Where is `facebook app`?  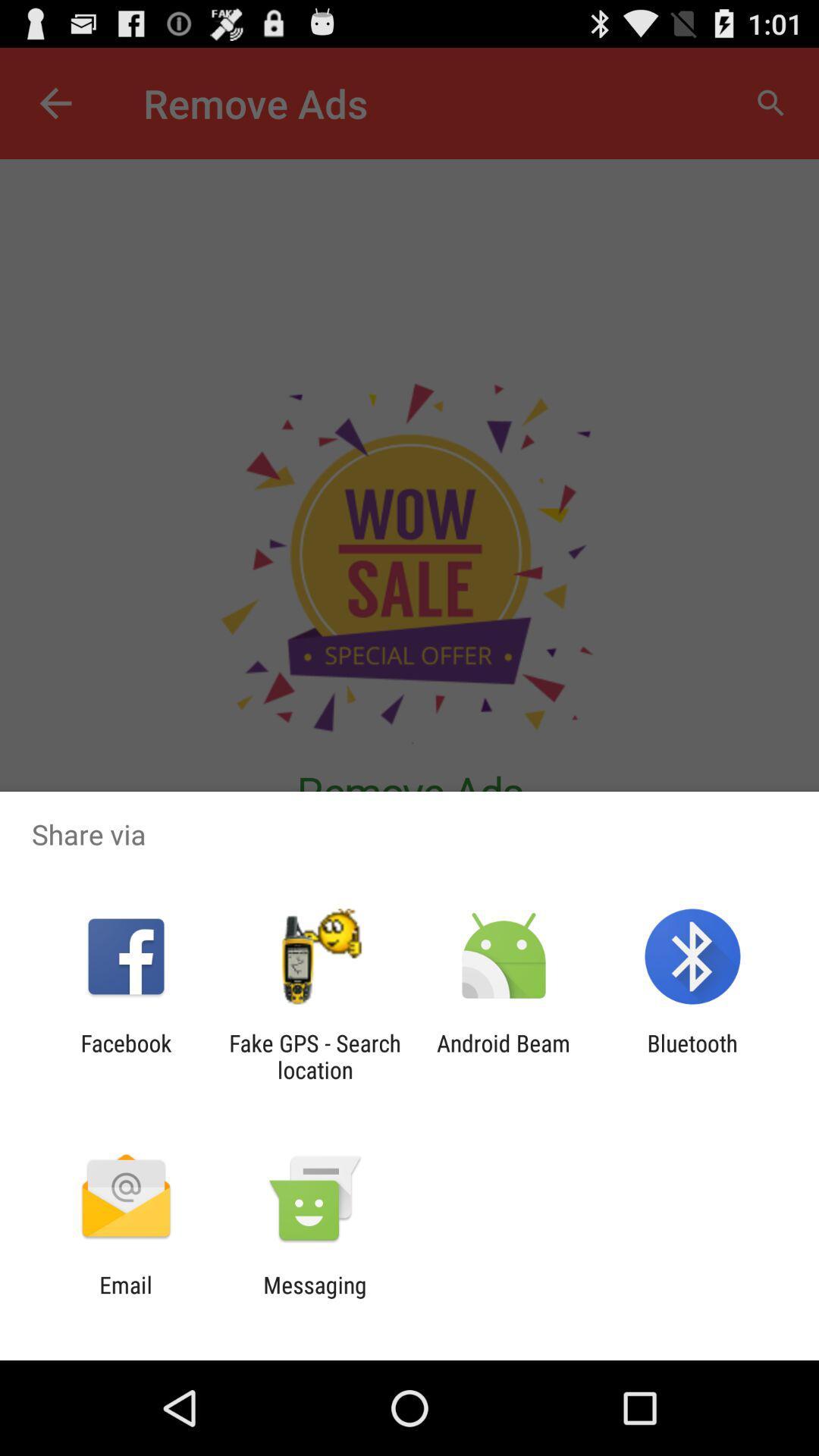 facebook app is located at coordinates (125, 1056).